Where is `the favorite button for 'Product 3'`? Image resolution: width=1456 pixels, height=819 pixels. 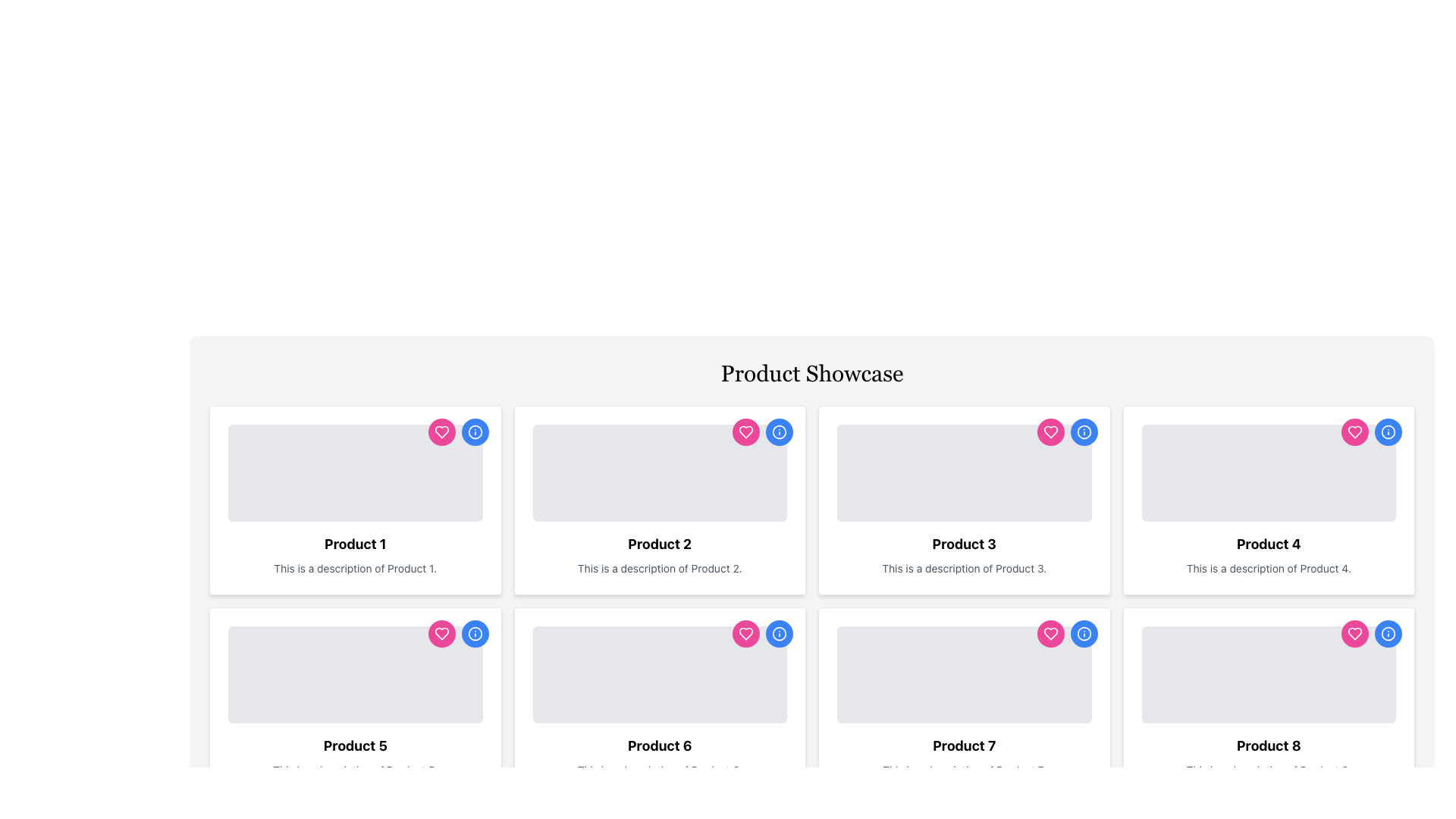
the favorite button for 'Product 3' is located at coordinates (1050, 432).